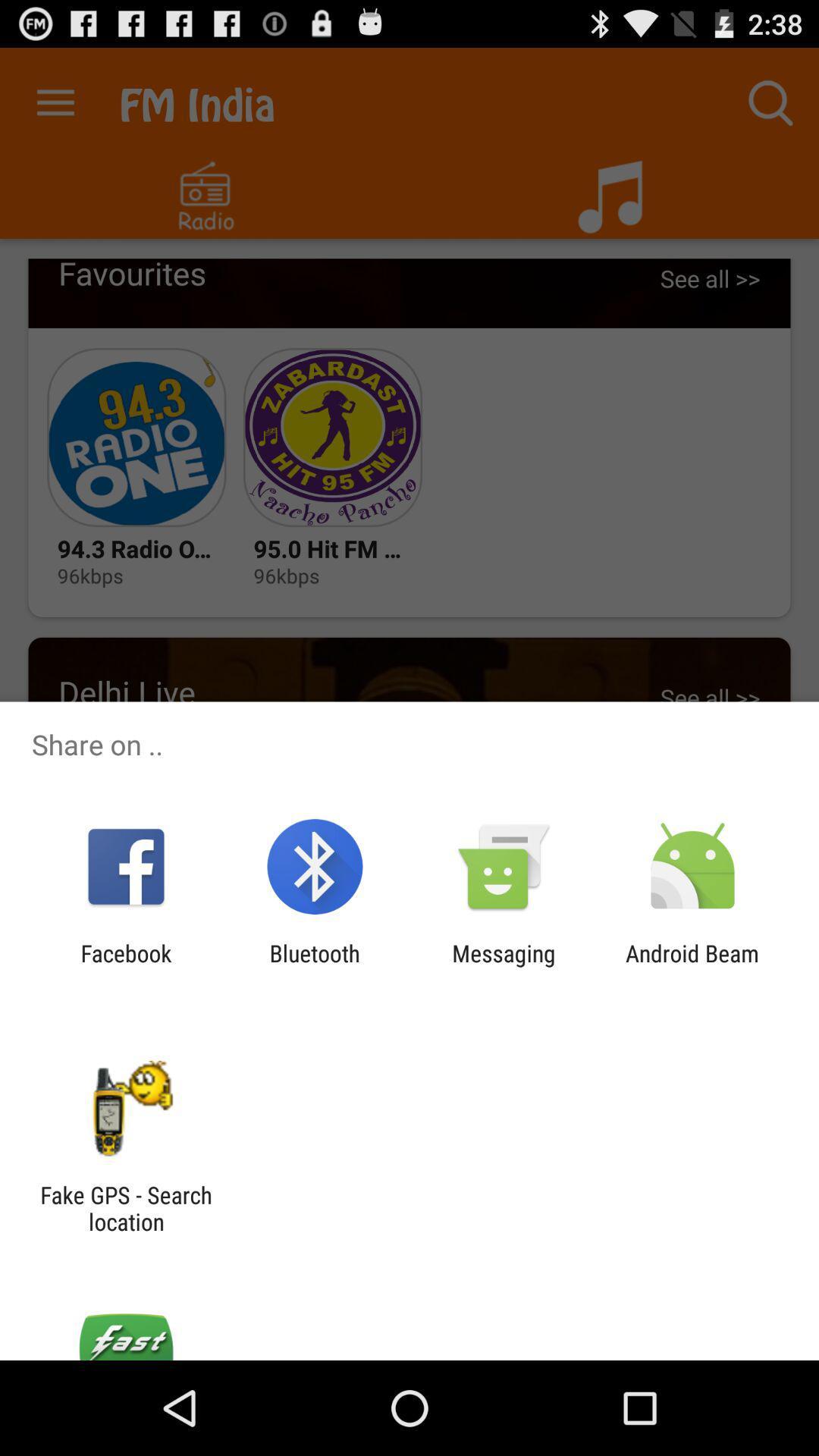  Describe the element at coordinates (692, 966) in the screenshot. I see `android beam` at that location.